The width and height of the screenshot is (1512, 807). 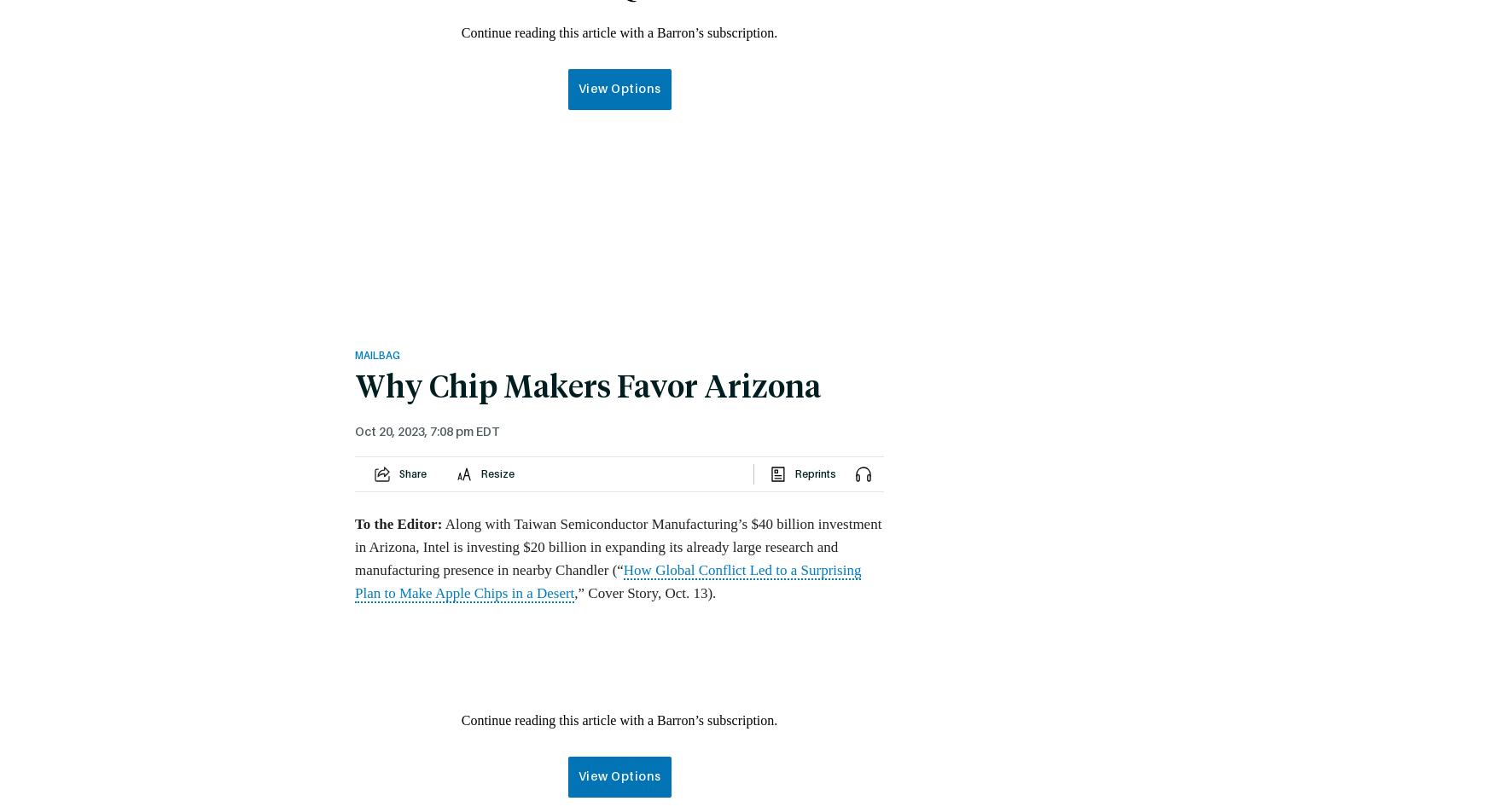 I want to click on 'Along with Taiwan Semiconductor Manufacturing’s $40 billion investment in Arizona, Intel is investing $20 billion in expanding its already large research and manufacturing presence in nearby Chandler (“', so click(x=617, y=547).